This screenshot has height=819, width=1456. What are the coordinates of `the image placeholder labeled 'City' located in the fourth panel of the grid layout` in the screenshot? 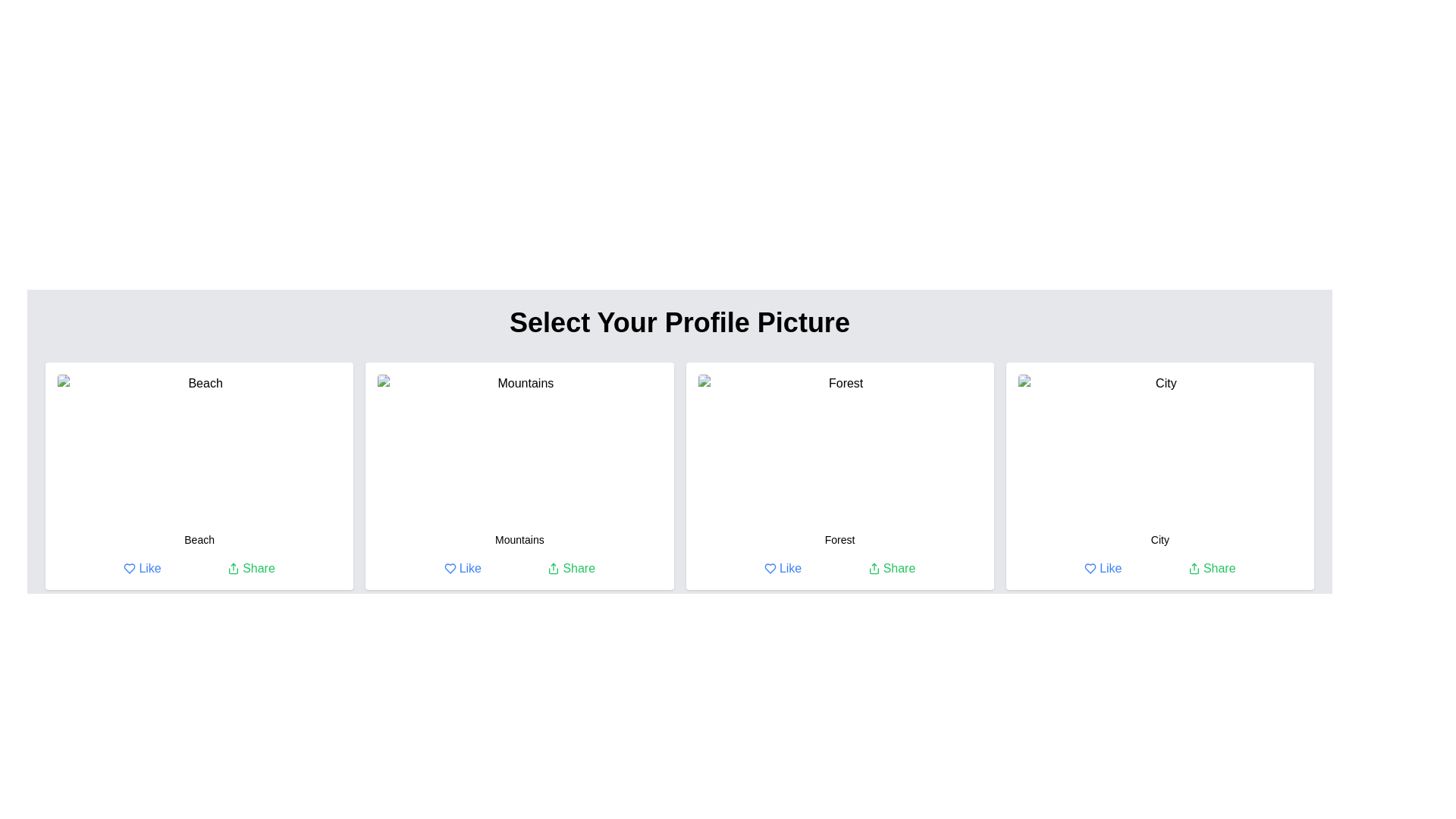 It's located at (1159, 447).